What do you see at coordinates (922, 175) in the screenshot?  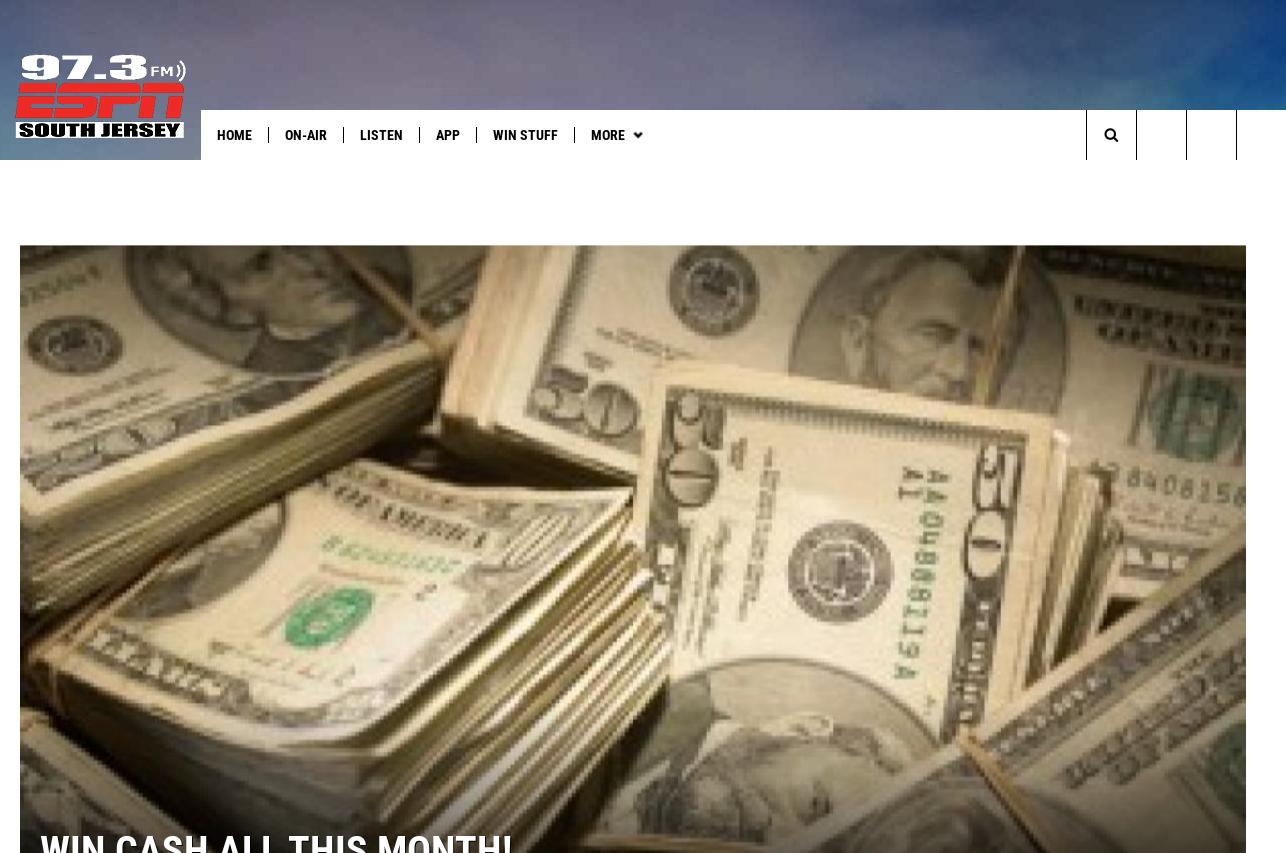 I see `'Things to Do in NJ'` at bounding box center [922, 175].